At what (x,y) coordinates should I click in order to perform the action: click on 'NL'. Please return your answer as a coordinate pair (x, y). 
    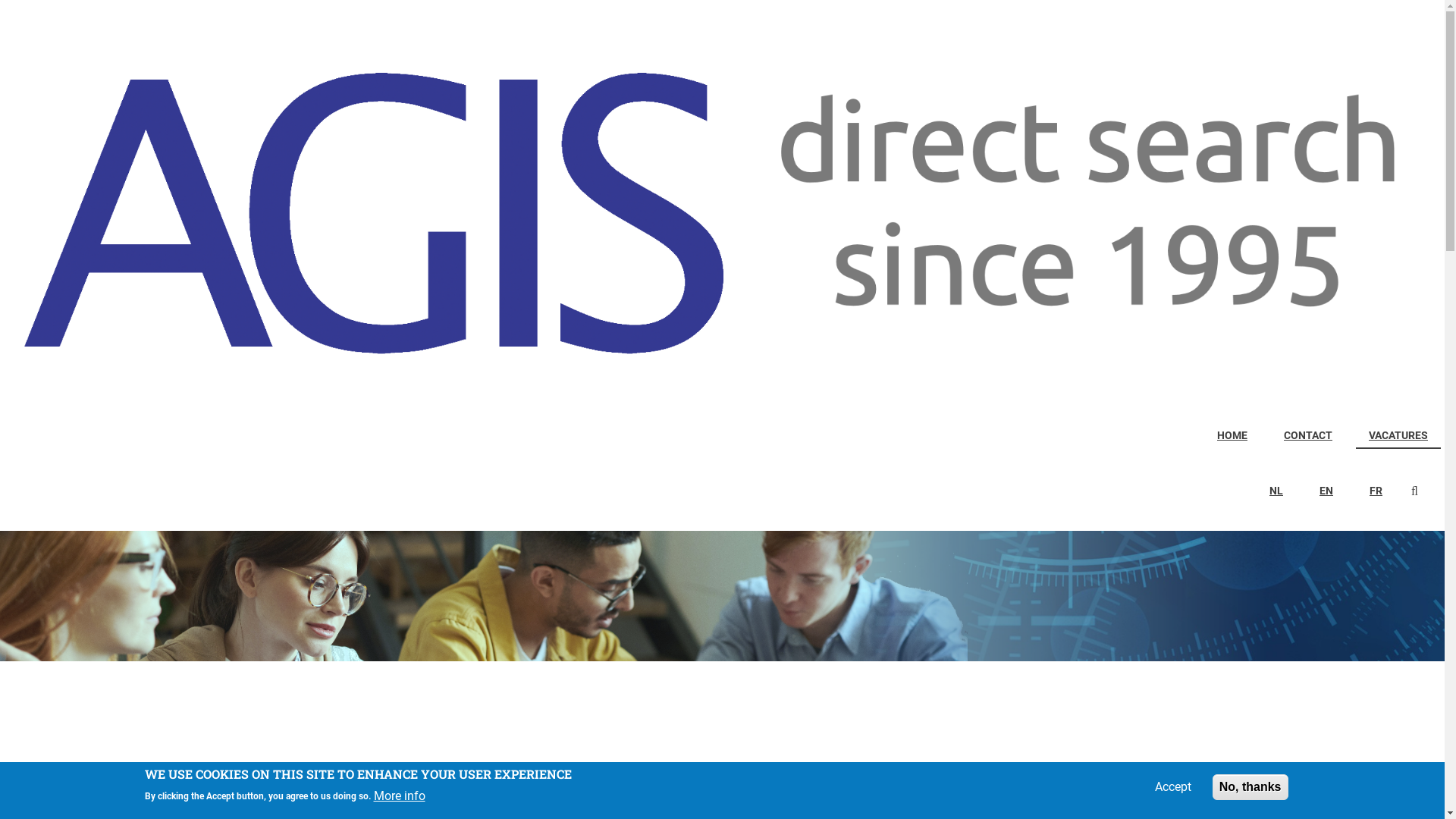
    Looking at the image, I should click on (1256, 491).